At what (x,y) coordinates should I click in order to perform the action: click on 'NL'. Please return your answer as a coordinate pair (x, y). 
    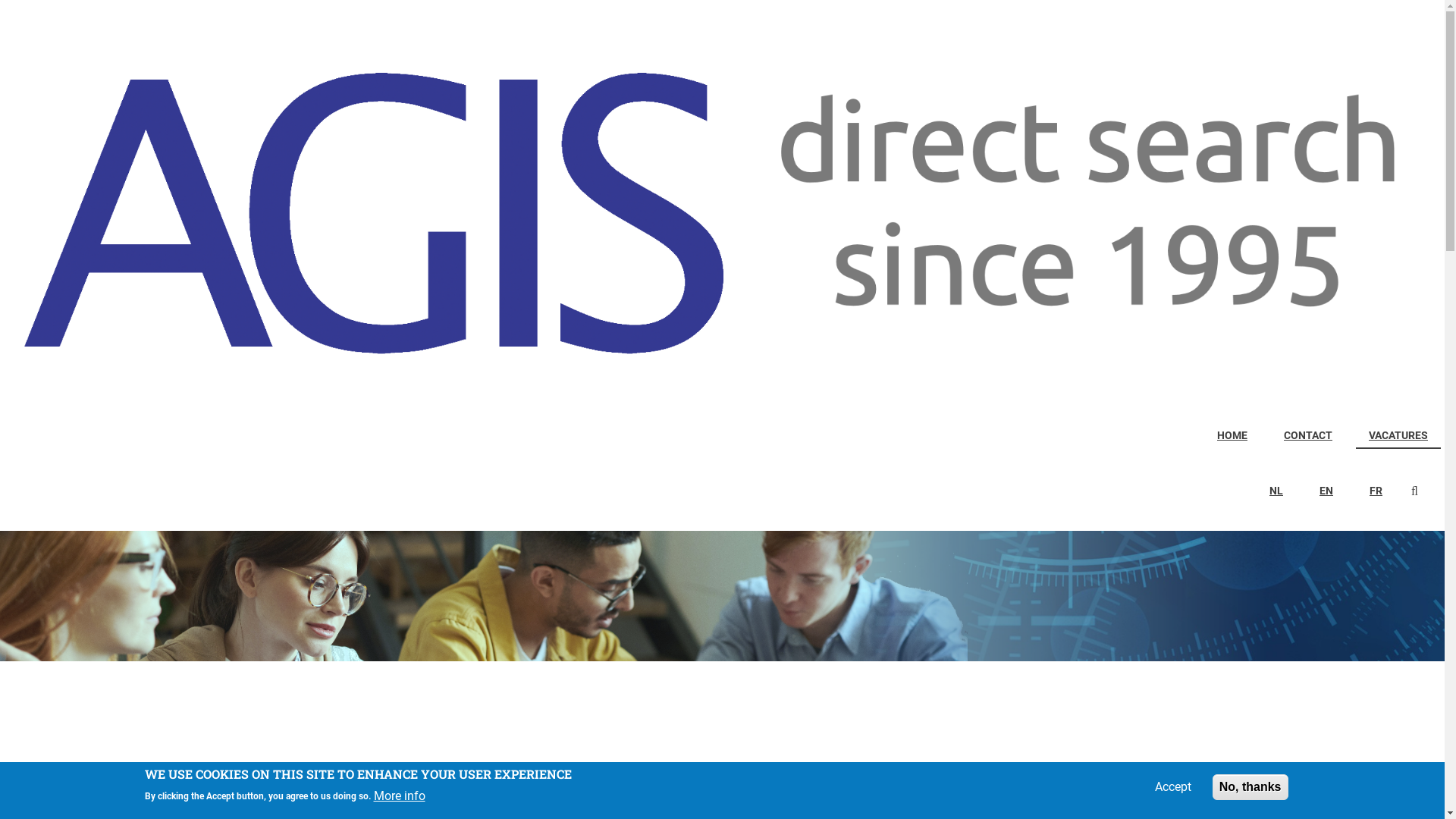
    Looking at the image, I should click on (1256, 491).